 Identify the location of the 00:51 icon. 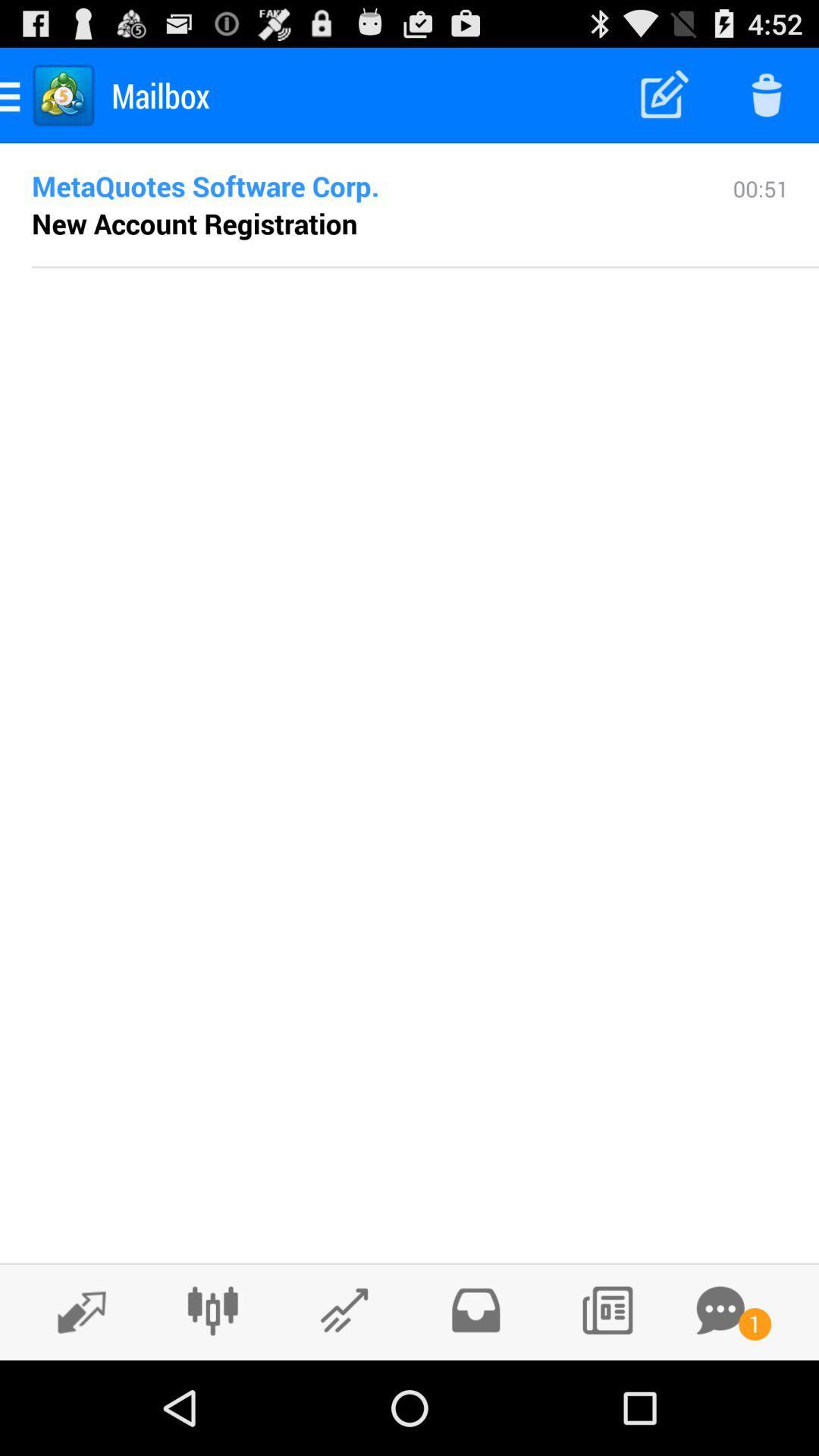
(761, 218).